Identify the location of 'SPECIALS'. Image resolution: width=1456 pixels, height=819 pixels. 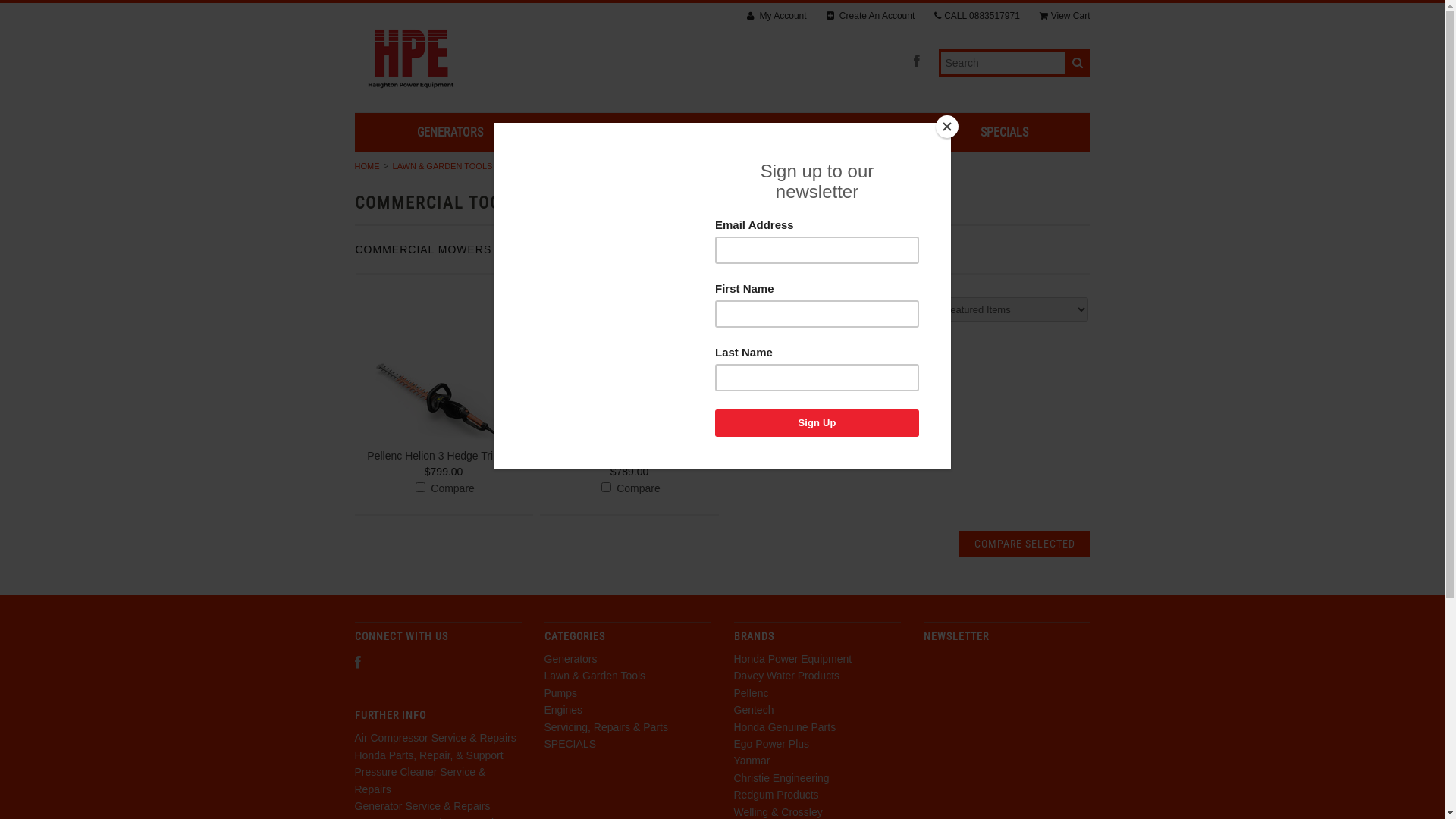
(1003, 131).